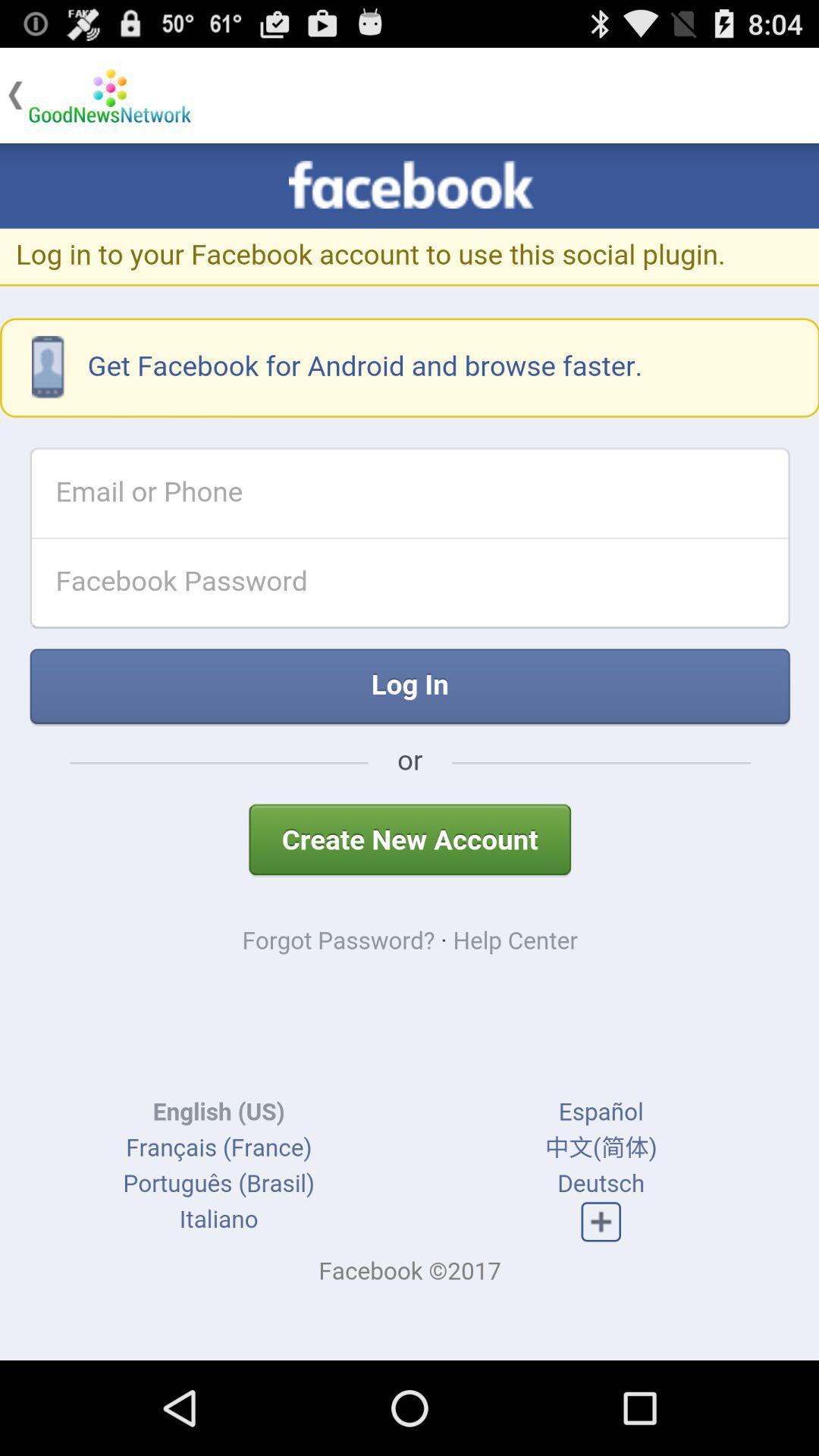 The height and width of the screenshot is (1456, 819). Describe the element at coordinates (409, 752) in the screenshot. I see `facebook home screen` at that location.